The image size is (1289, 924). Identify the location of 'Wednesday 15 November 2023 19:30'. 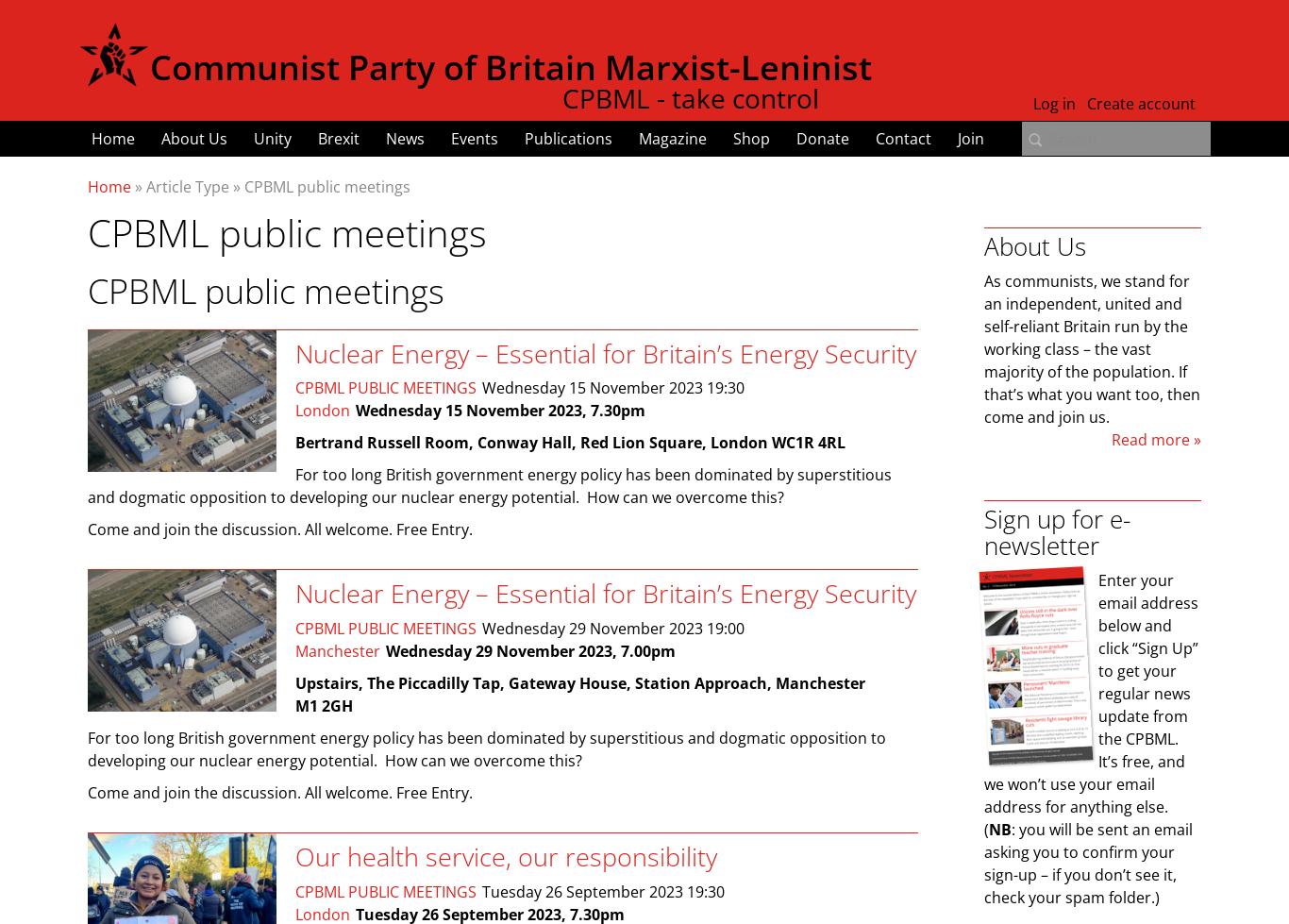
(611, 387).